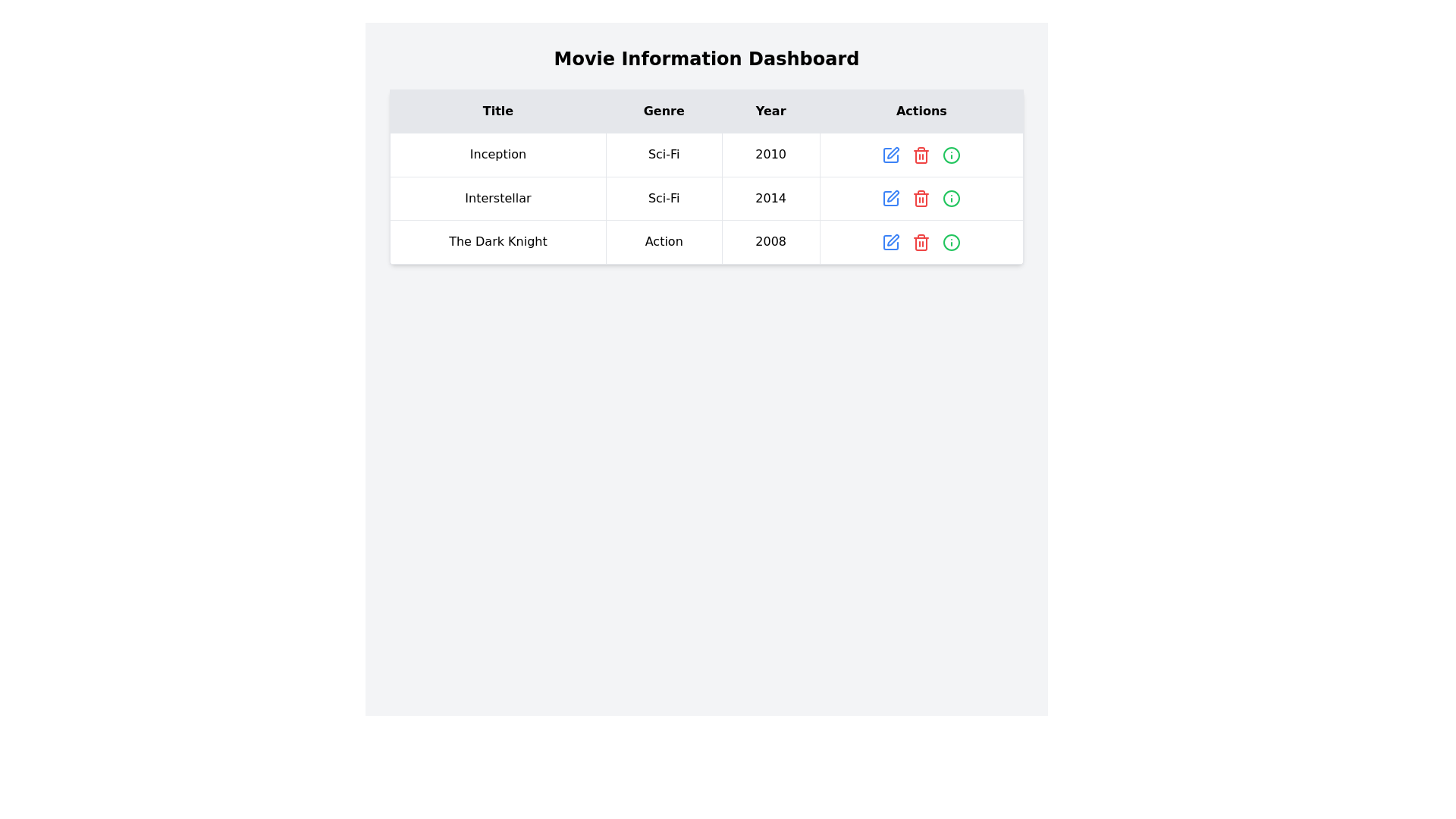 The image size is (1456, 819). What do you see at coordinates (664, 197) in the screenshot?
I see `the Table Cell containing the text 'Sci-Fi' located in the second row under the 'Genre' column of the table` at bounding box center [664, 197].